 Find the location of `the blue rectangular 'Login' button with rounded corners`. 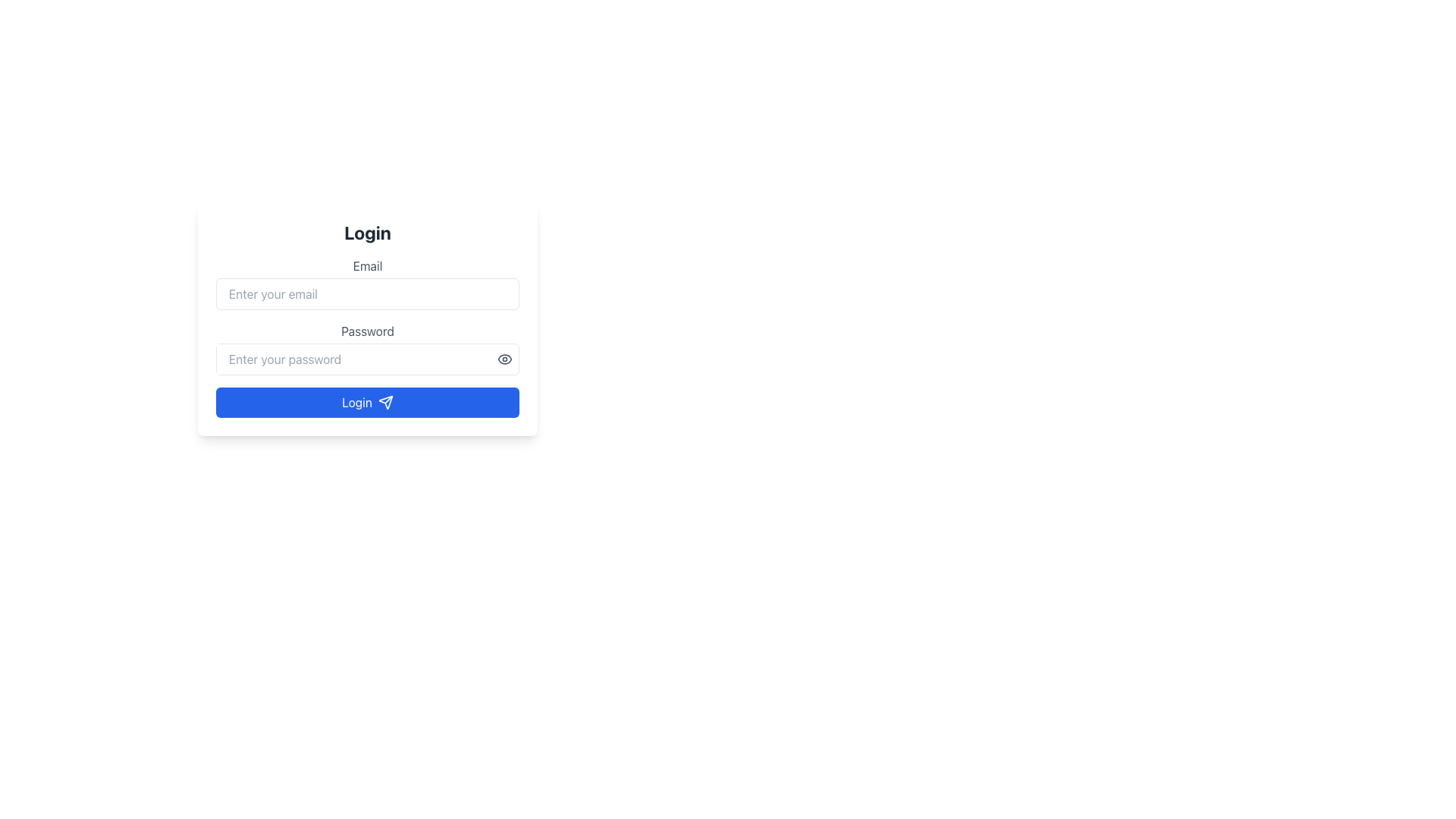

the blue rectangular 'Login' button with rounded corners is located at coordinates (367, 402).